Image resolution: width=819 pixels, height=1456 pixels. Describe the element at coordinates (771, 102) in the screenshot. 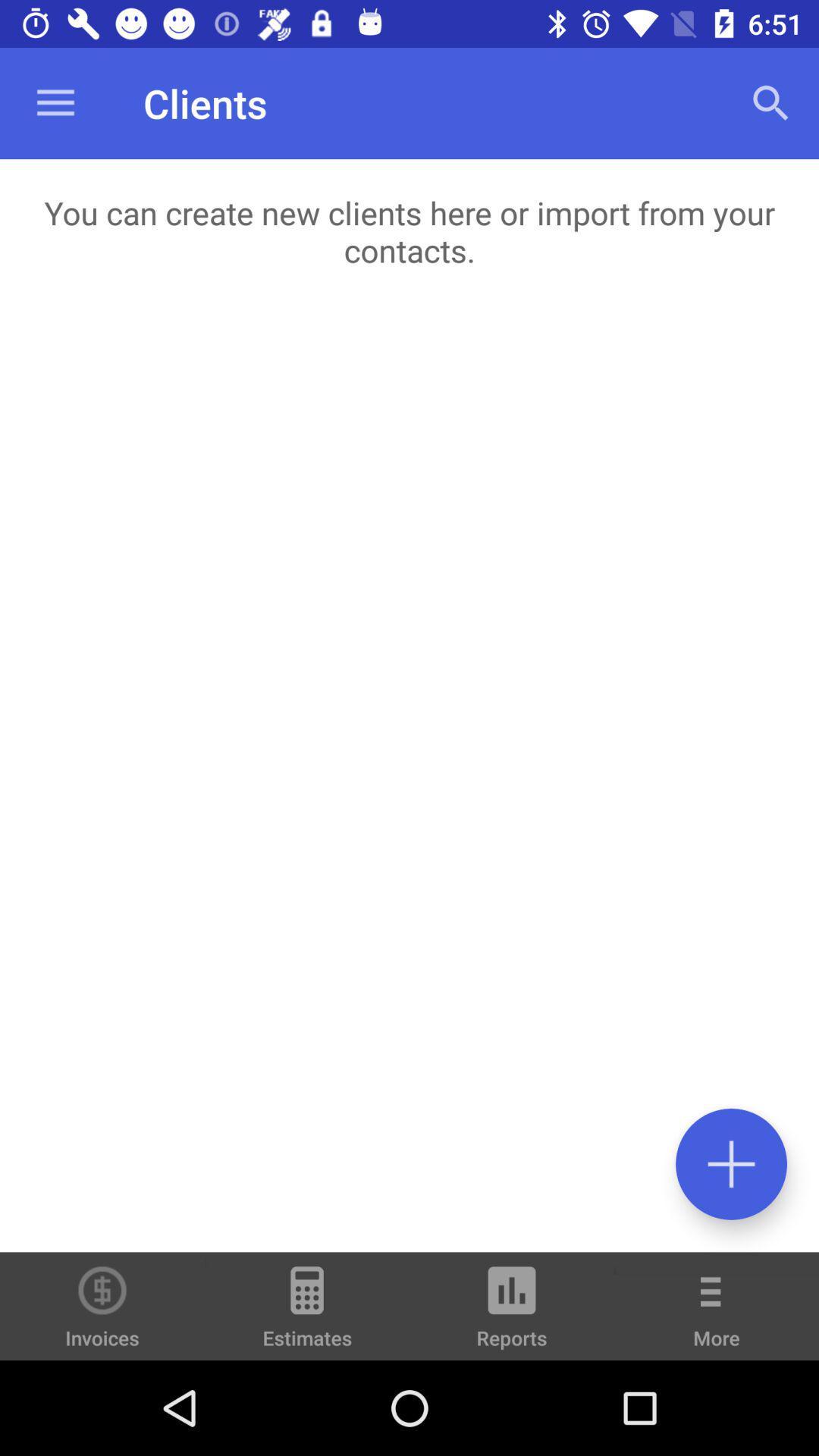

I see `icon at the top right corner` at that location.